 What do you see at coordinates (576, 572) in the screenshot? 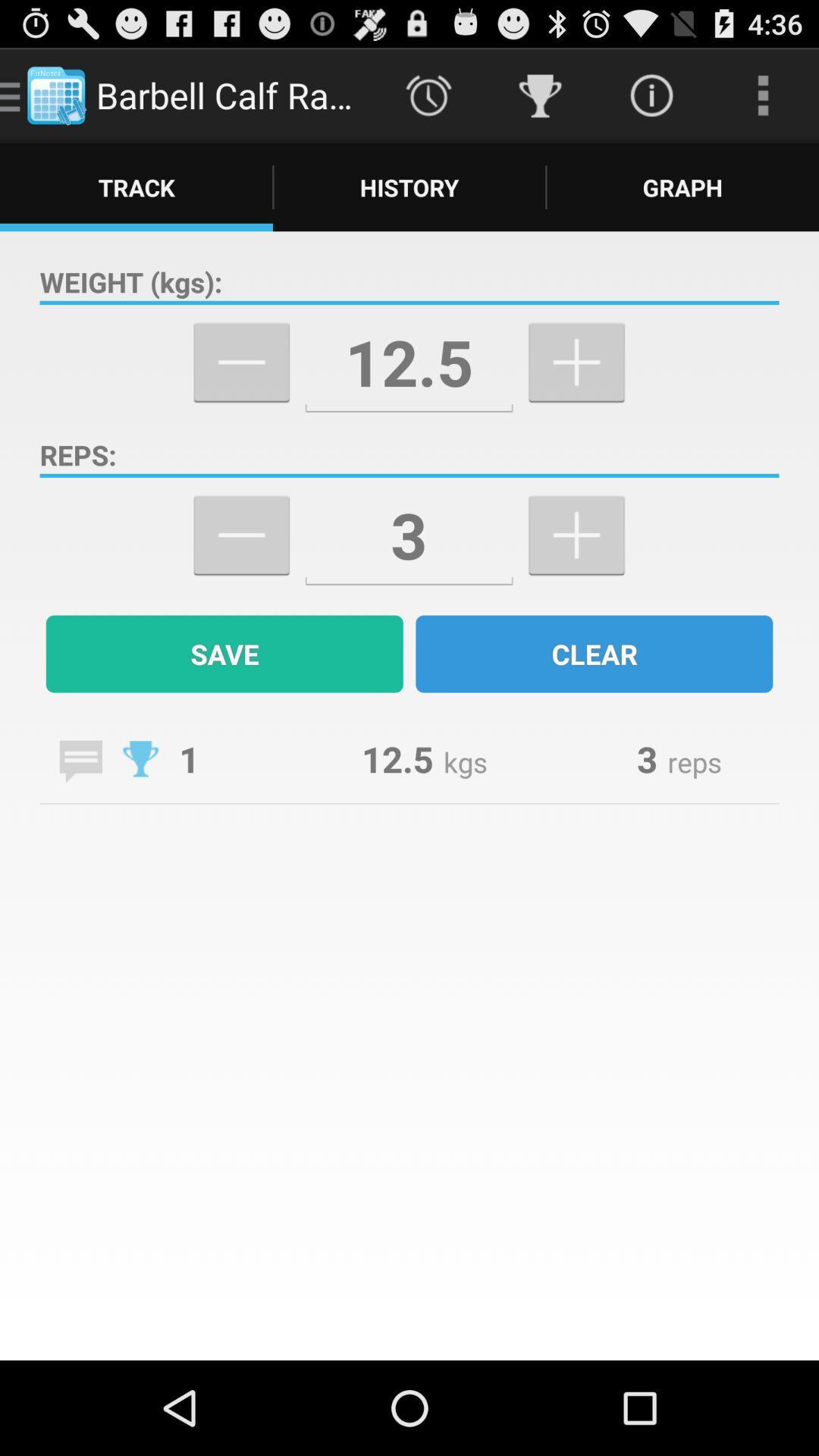
I see `the add icon` at bounding box center [576, 572].